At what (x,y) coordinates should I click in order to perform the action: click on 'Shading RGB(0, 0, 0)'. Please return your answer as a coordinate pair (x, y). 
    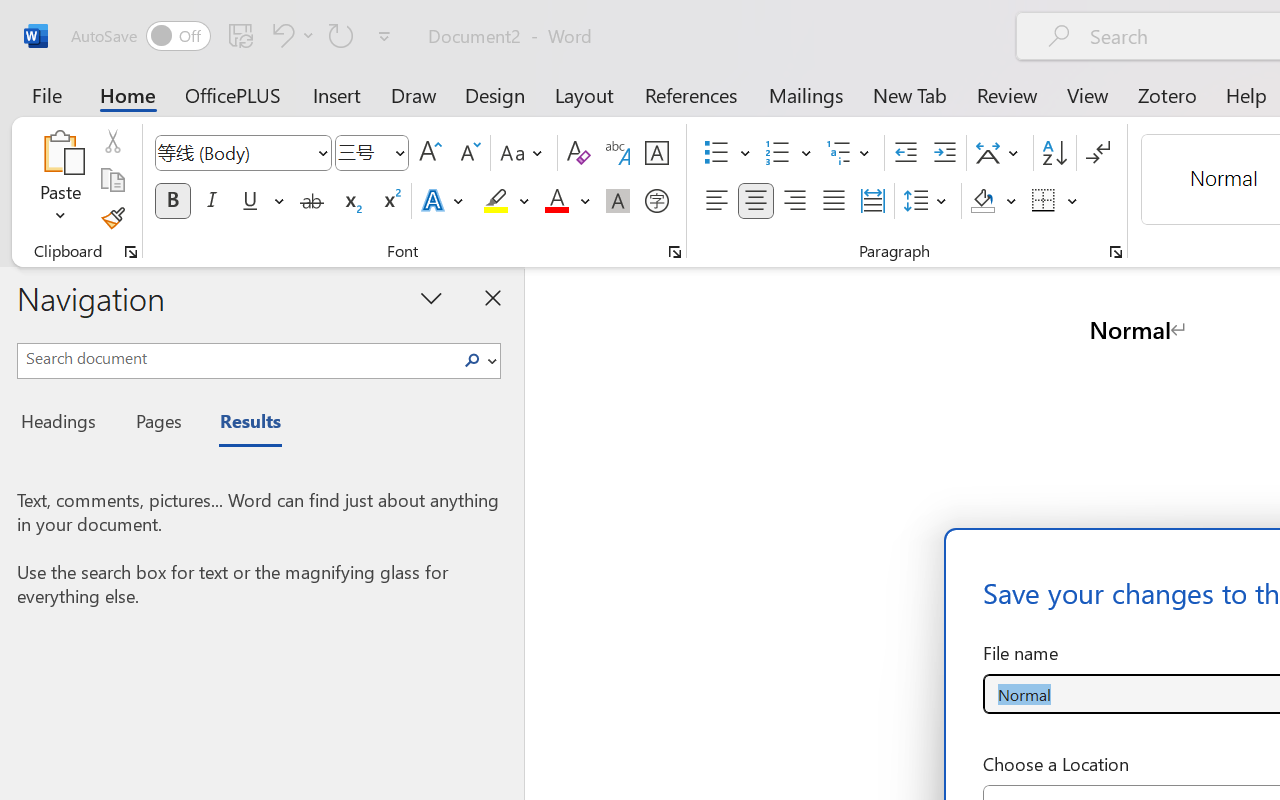
    Looking at the image, I should click on (983, 201).